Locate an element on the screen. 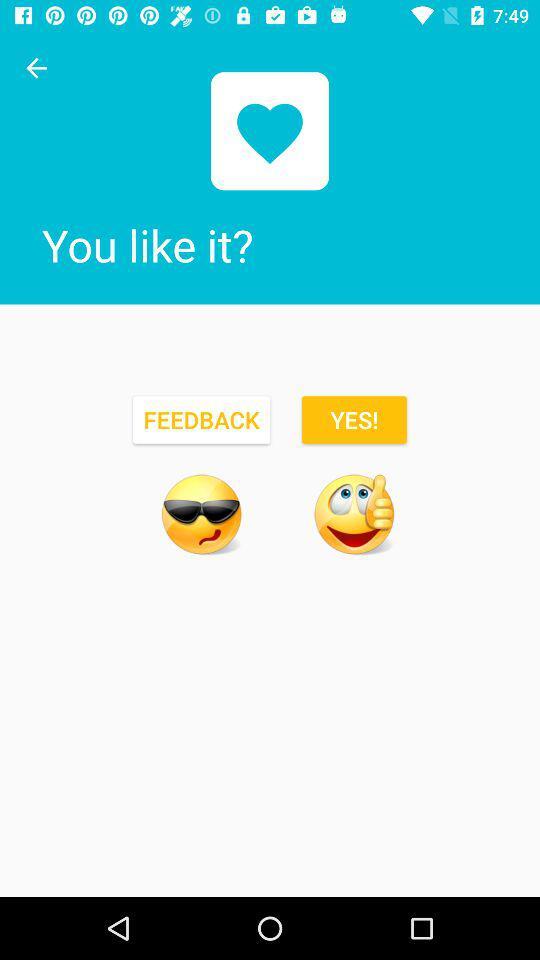 This screenshot has width=540, height=960. emoji is located at coordinates (201, 513).